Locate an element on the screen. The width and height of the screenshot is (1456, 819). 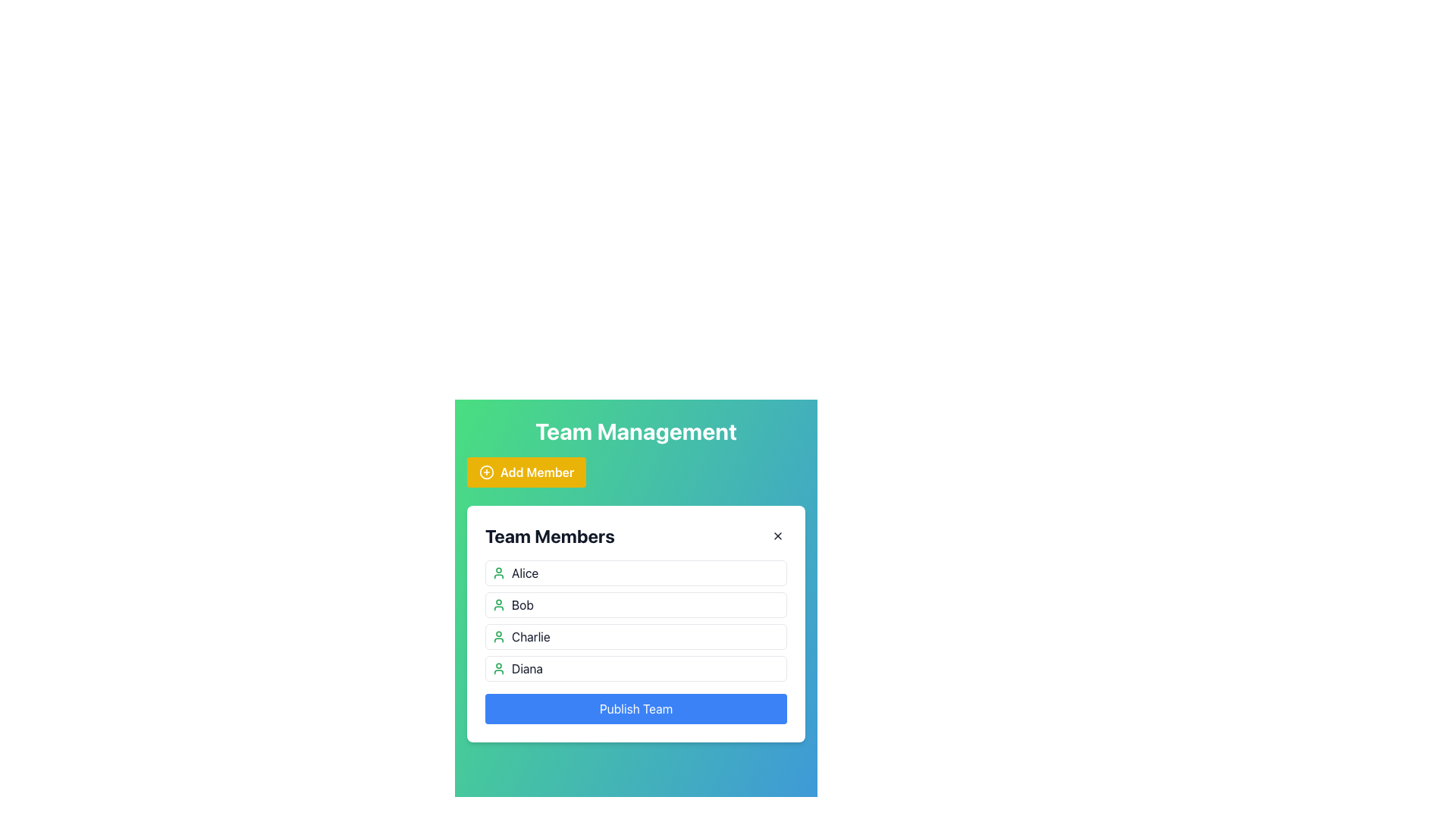
the user icon depicted as a profile silhouette within a circular placeholder, which is styled in green and located to the left of the text 'Bob' in the Team Members list is located at coordinates (498, 604).